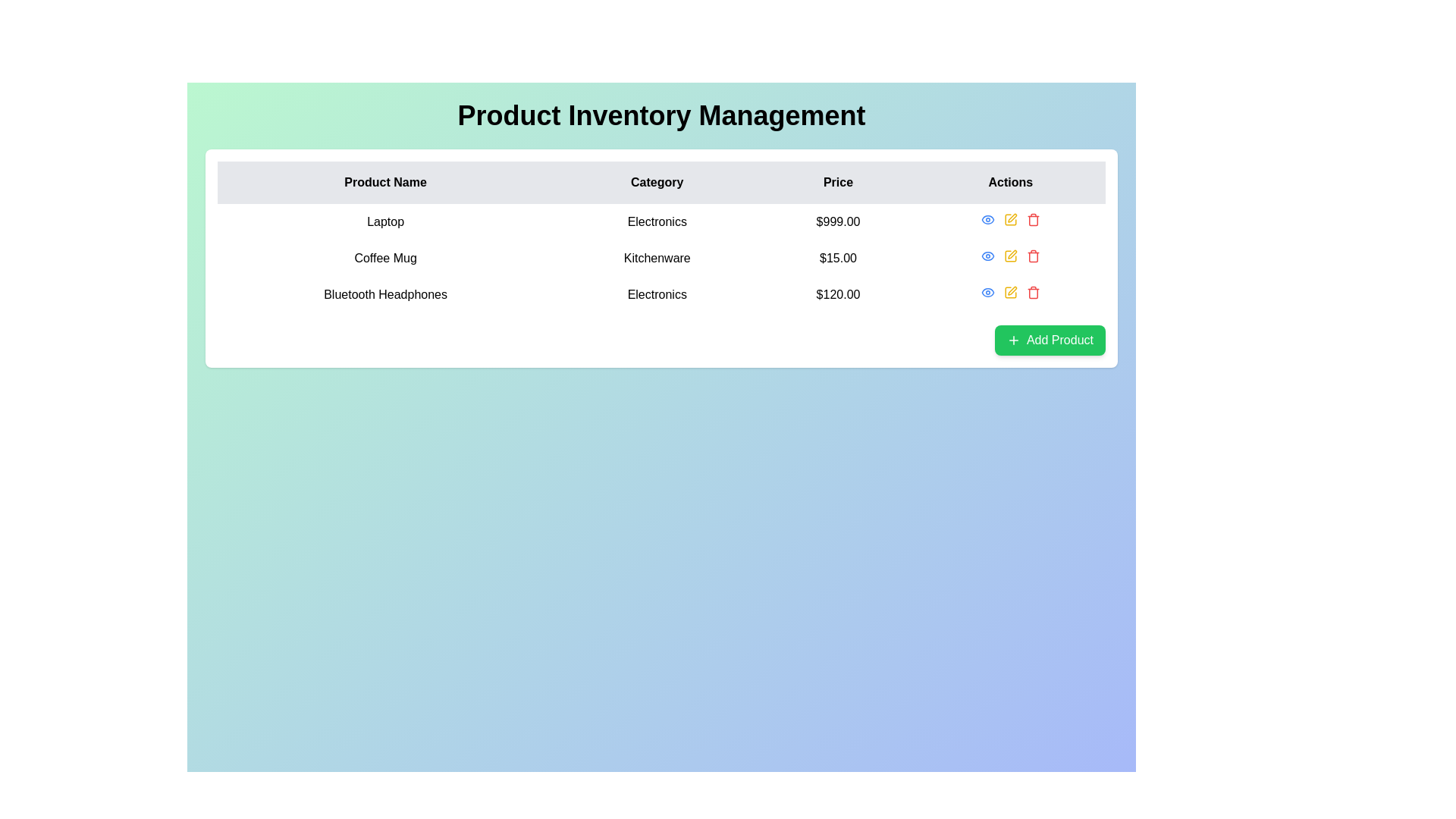  What do you see at coordinates (661, 257) in the screenshot?
I see `product details for 'Coffee Mug' in the second row of the product inventory table, which includes the product name, category, and price` at bounding box center [661, 257].